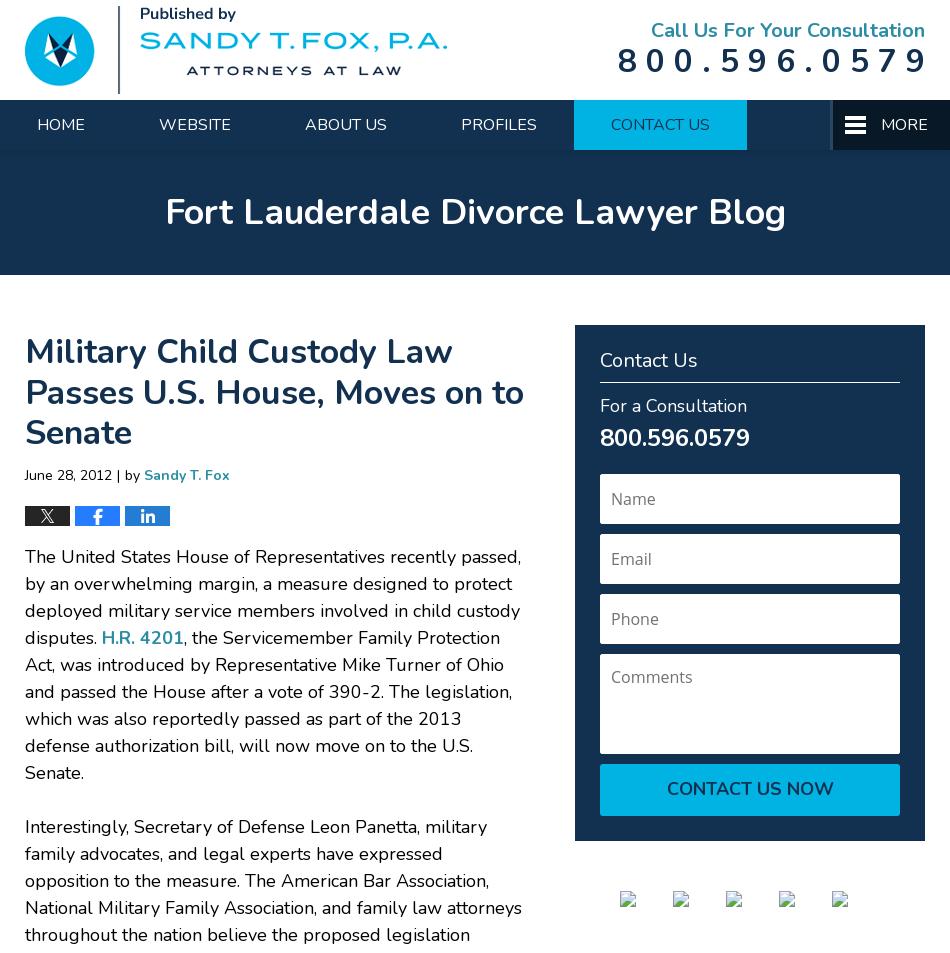 The width and height of the screenshot is (950, 953). What do you see at coordinates (68, 473) in the screenshot?
I see `'June 28, 2012'` at bounding box center [68, 473].